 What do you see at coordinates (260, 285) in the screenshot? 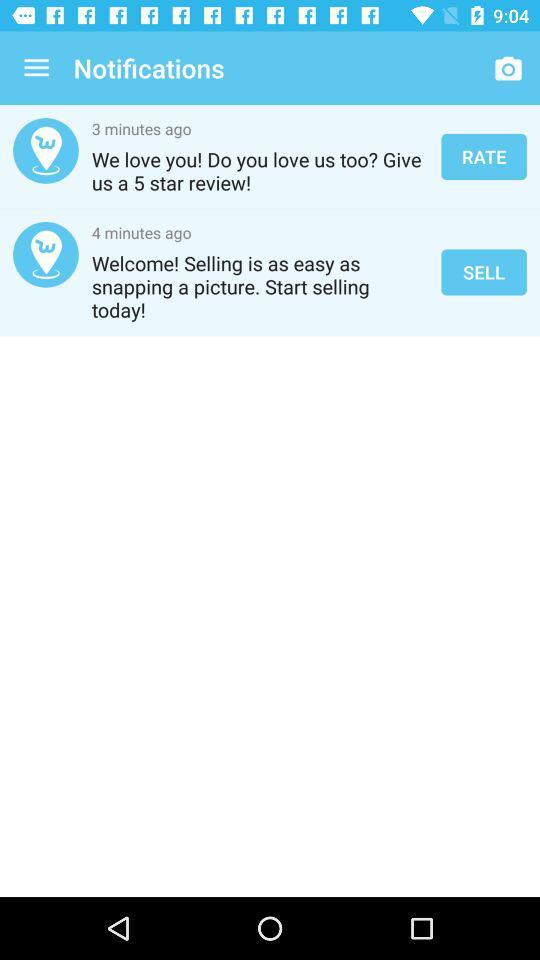
I see `the item to the left of the sell item` at bounding box center [260, 285].